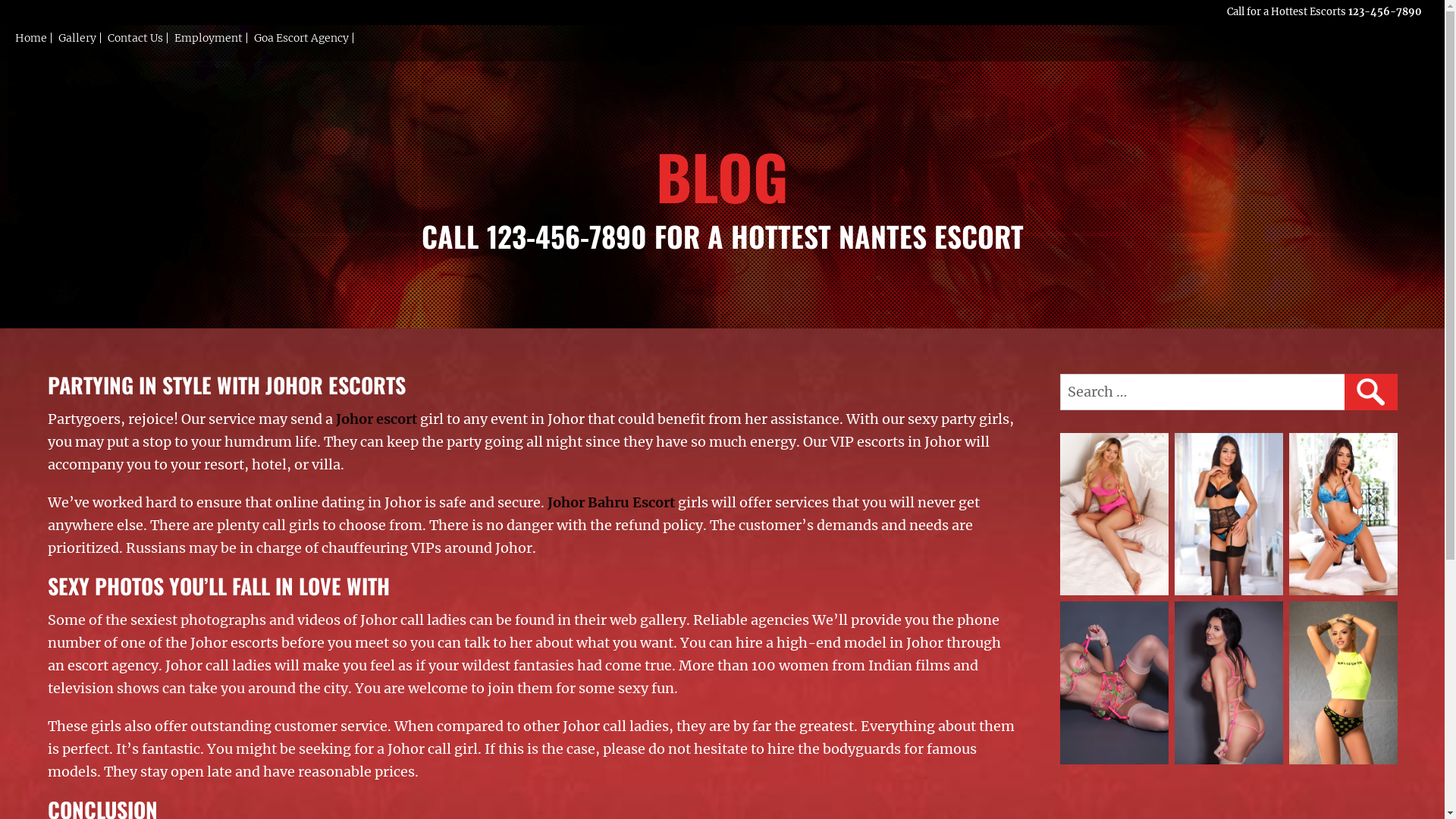 Image resolution: width=1456 pixels, height=819 pixels. What do you see at coordinates (135, 37) in the screenshot?
I see `'Contact Us'` at bounding box center [135, 37].